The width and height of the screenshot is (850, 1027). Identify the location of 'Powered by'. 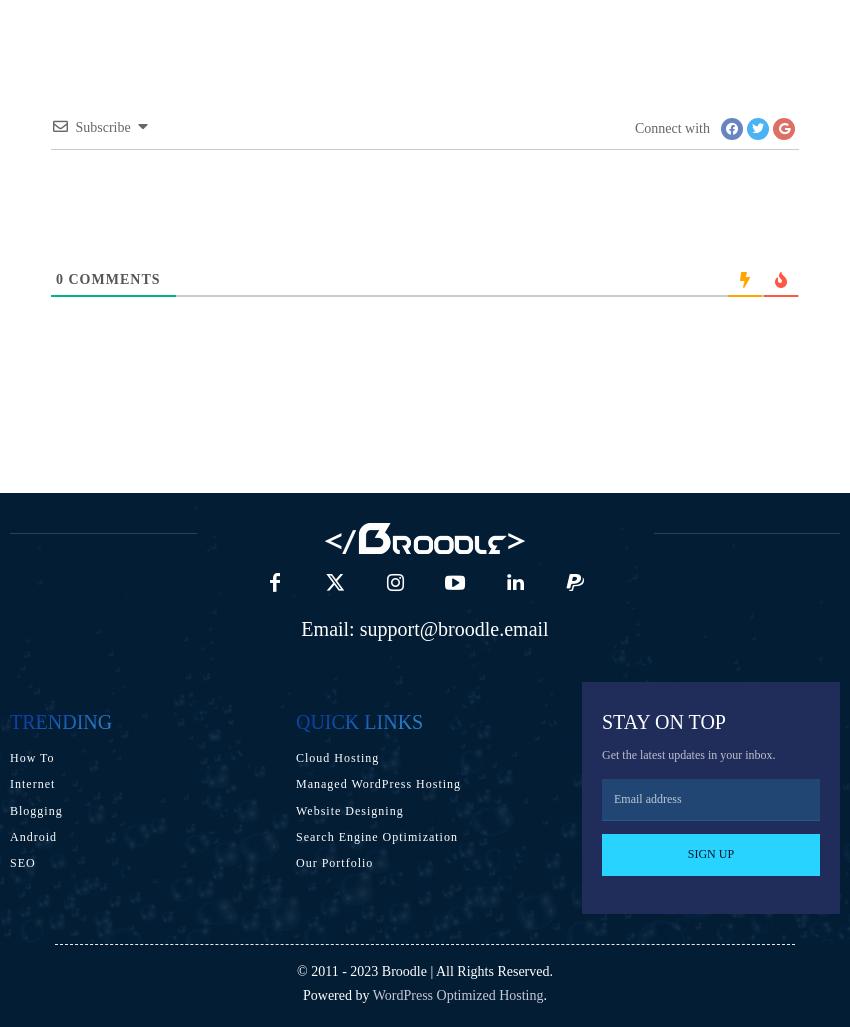
(337, 993).